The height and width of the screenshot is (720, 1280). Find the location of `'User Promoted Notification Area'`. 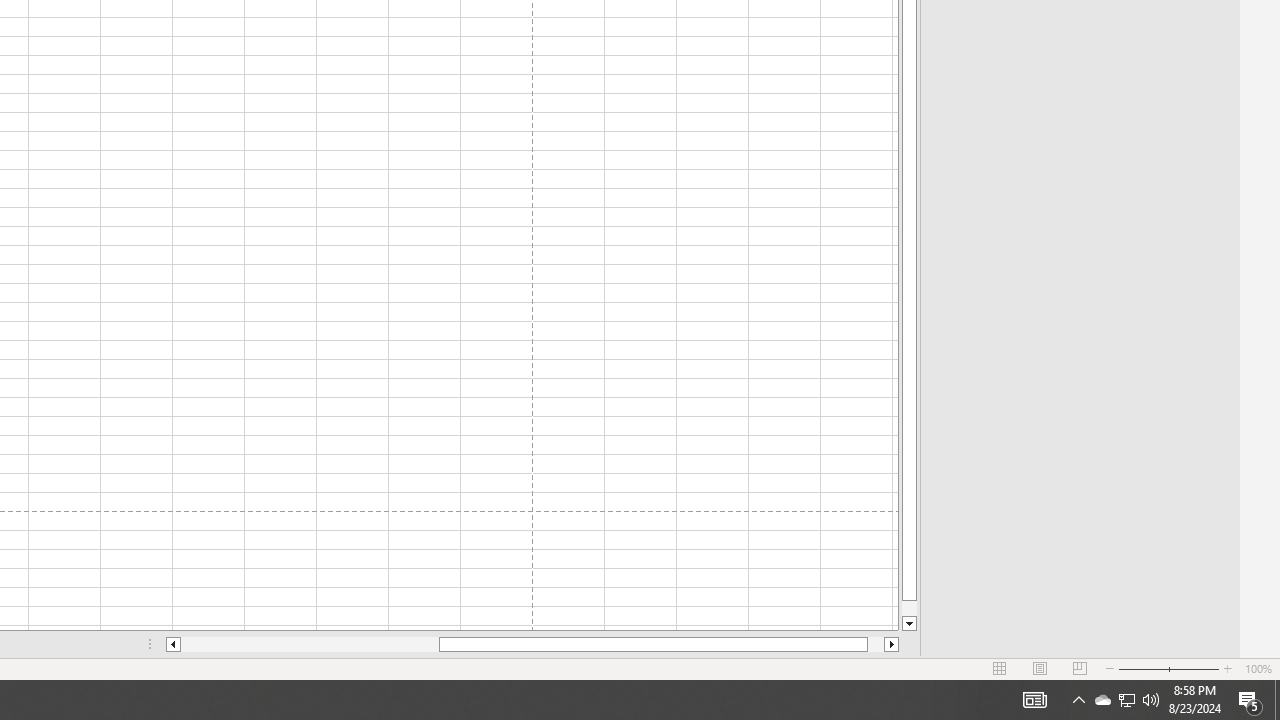

'User Promoted Notification Area' is located at coordinates (1127, 698).